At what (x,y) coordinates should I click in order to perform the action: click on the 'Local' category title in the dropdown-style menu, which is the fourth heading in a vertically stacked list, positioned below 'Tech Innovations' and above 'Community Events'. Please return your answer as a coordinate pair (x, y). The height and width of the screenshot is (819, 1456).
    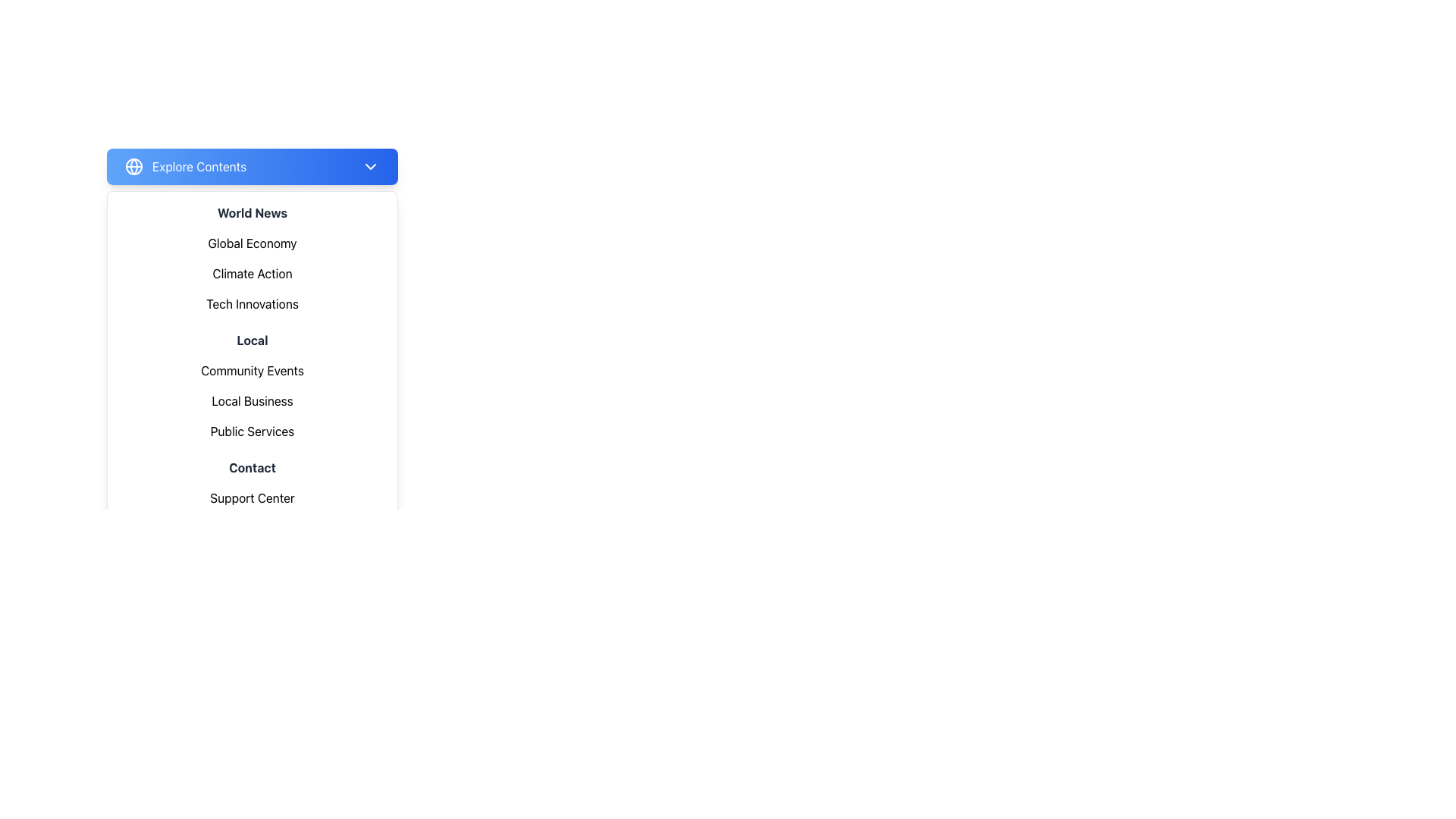
    Looking at the image, I should click on (252, 339).